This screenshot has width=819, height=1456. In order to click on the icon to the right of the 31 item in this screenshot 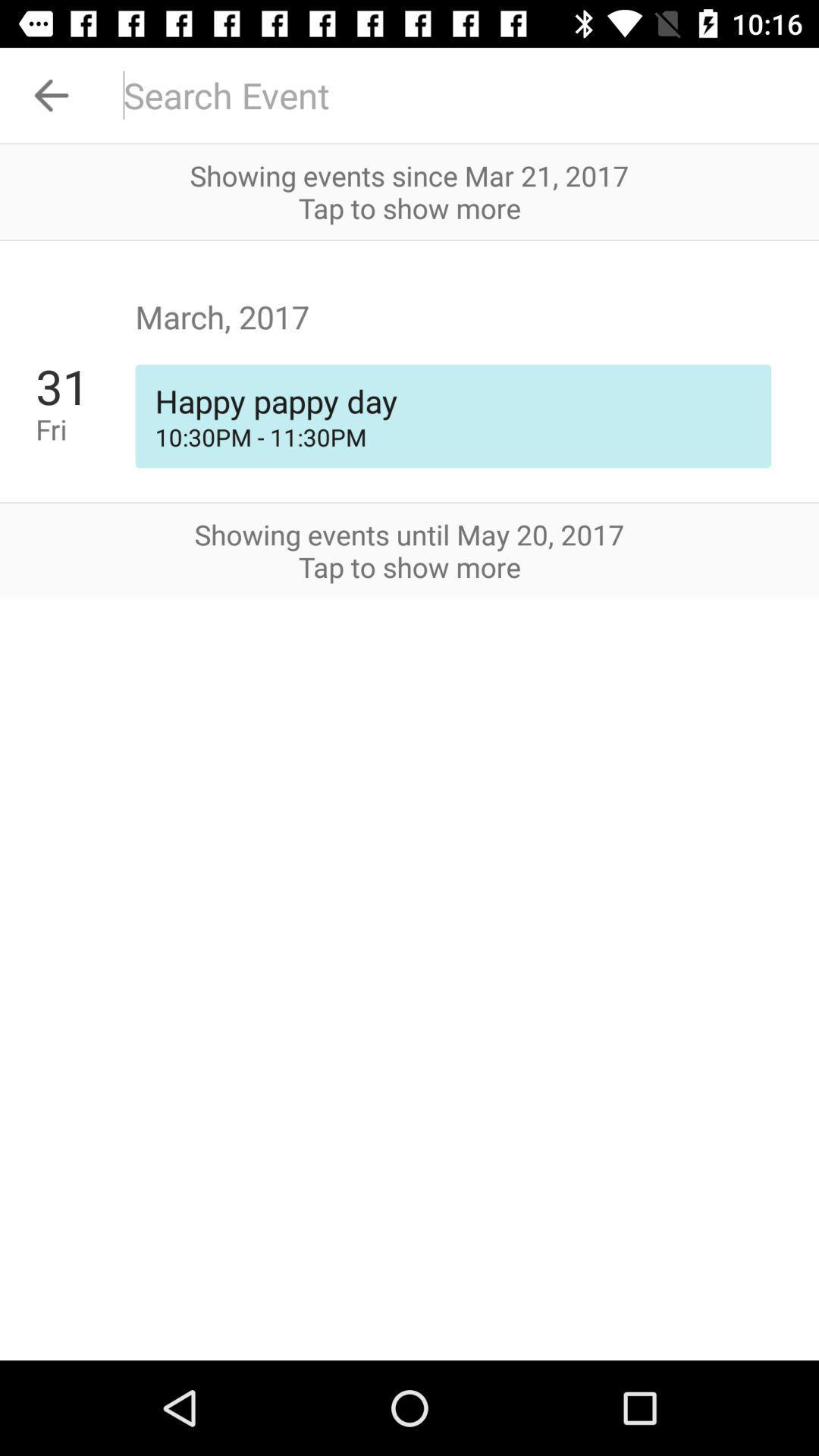, I will do `click(452, 436)`.